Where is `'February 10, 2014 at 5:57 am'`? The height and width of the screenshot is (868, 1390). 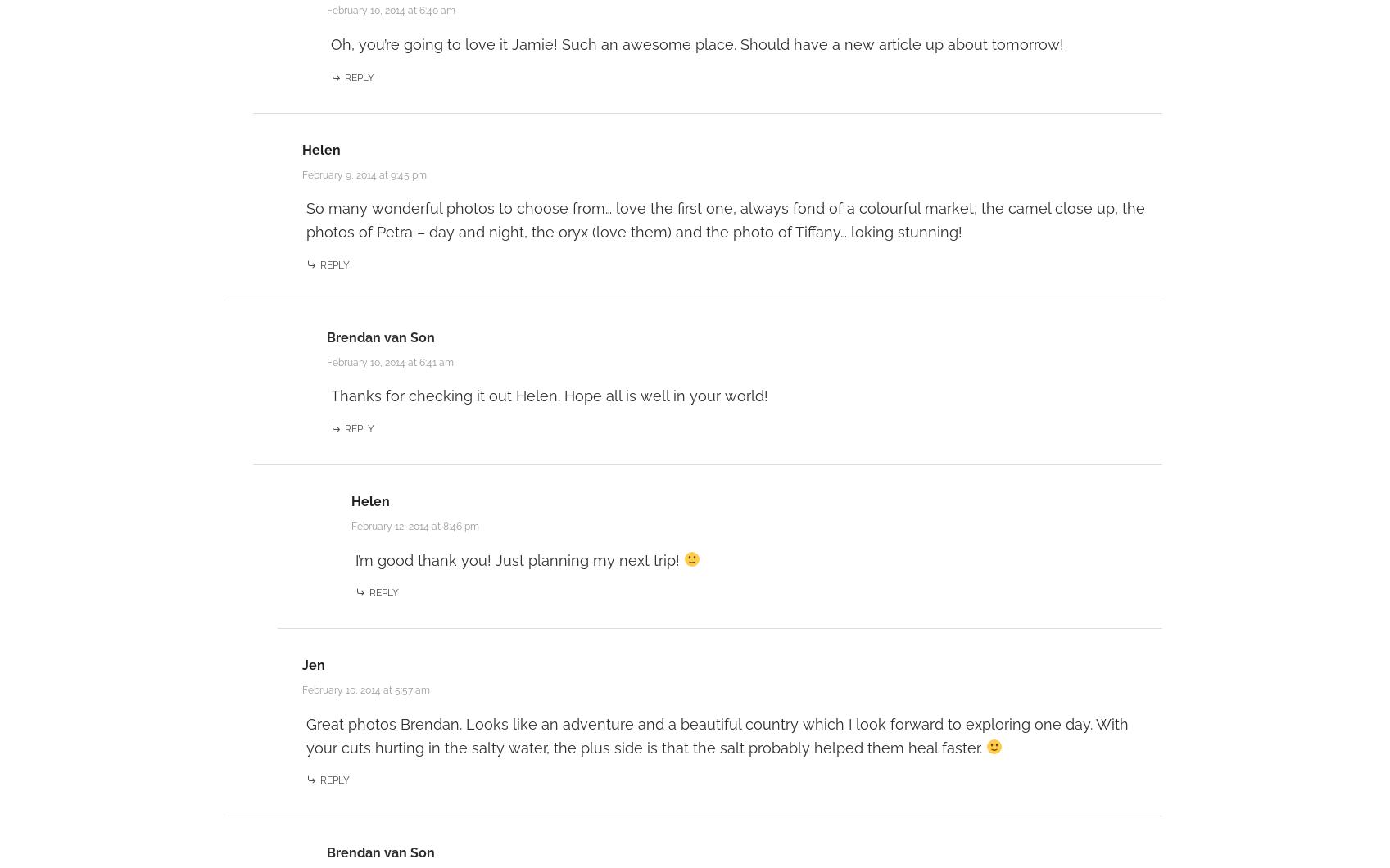 'February 10, 2014 at 5:57 am' is located at coordinates (364, 689).